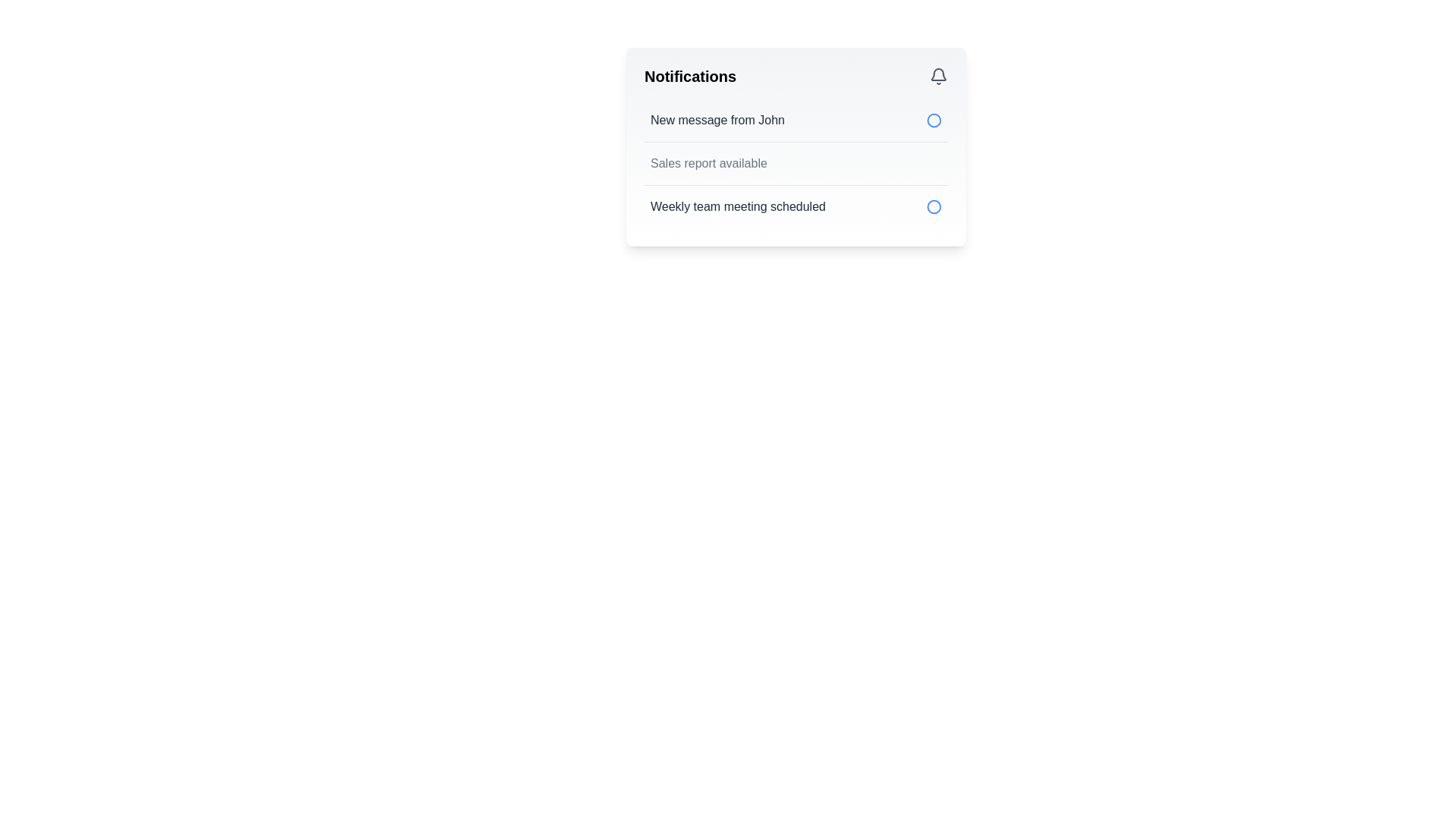 Image resolution: width=1456 pixels, height=819 pixels. What do you see at coordinates (934, 119) in the screenshot?
I see `the circular icon located to the top-right of the notification titled 'New message from John' to mark the notification as read` at bounding box center [934, 119].